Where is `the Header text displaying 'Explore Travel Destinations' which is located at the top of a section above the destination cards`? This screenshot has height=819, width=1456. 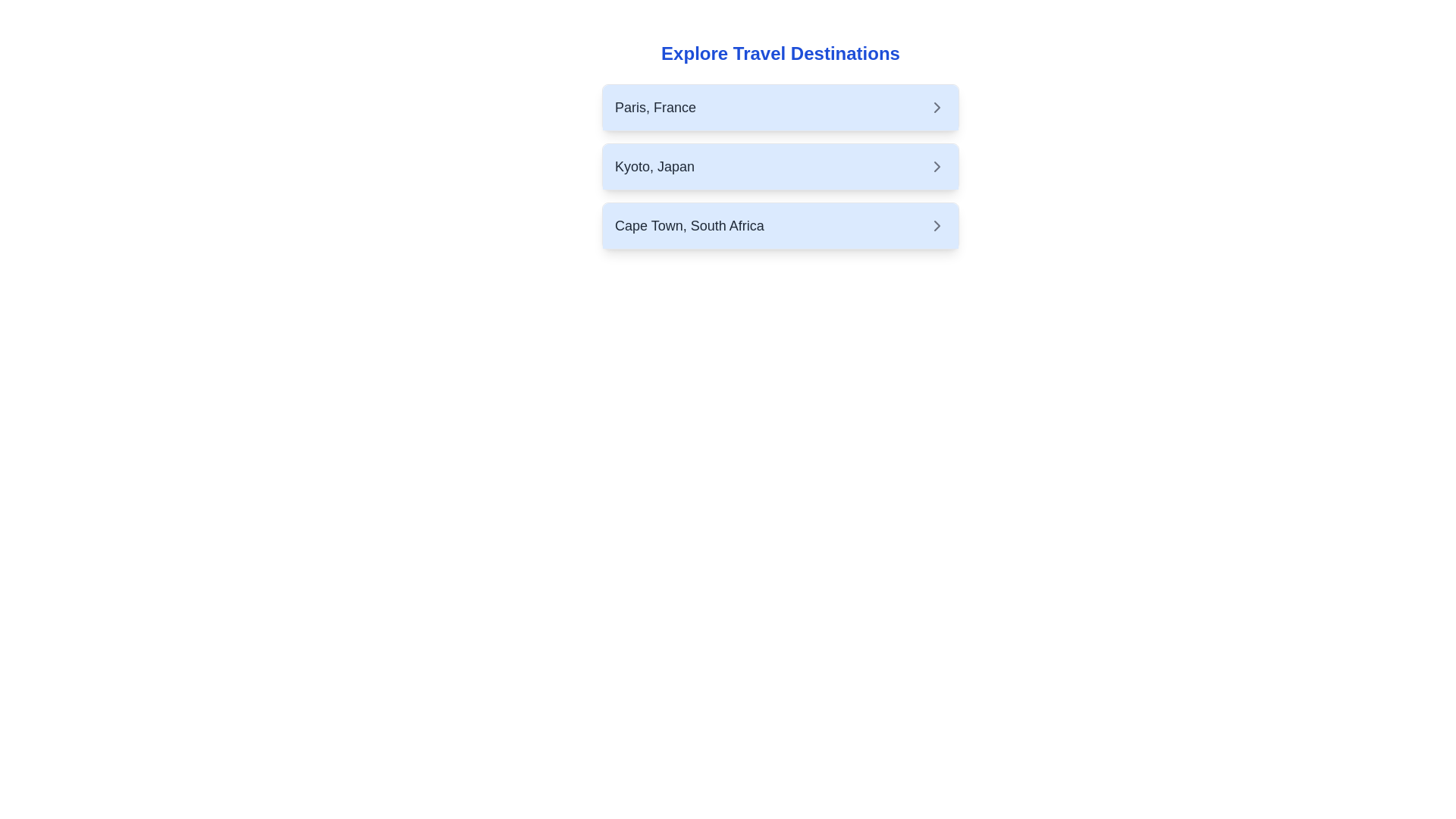
the Header text displaying 'Explore Travel Destinations' which is located at the top of a section above the destination cards is located at coordinates (780, 52).